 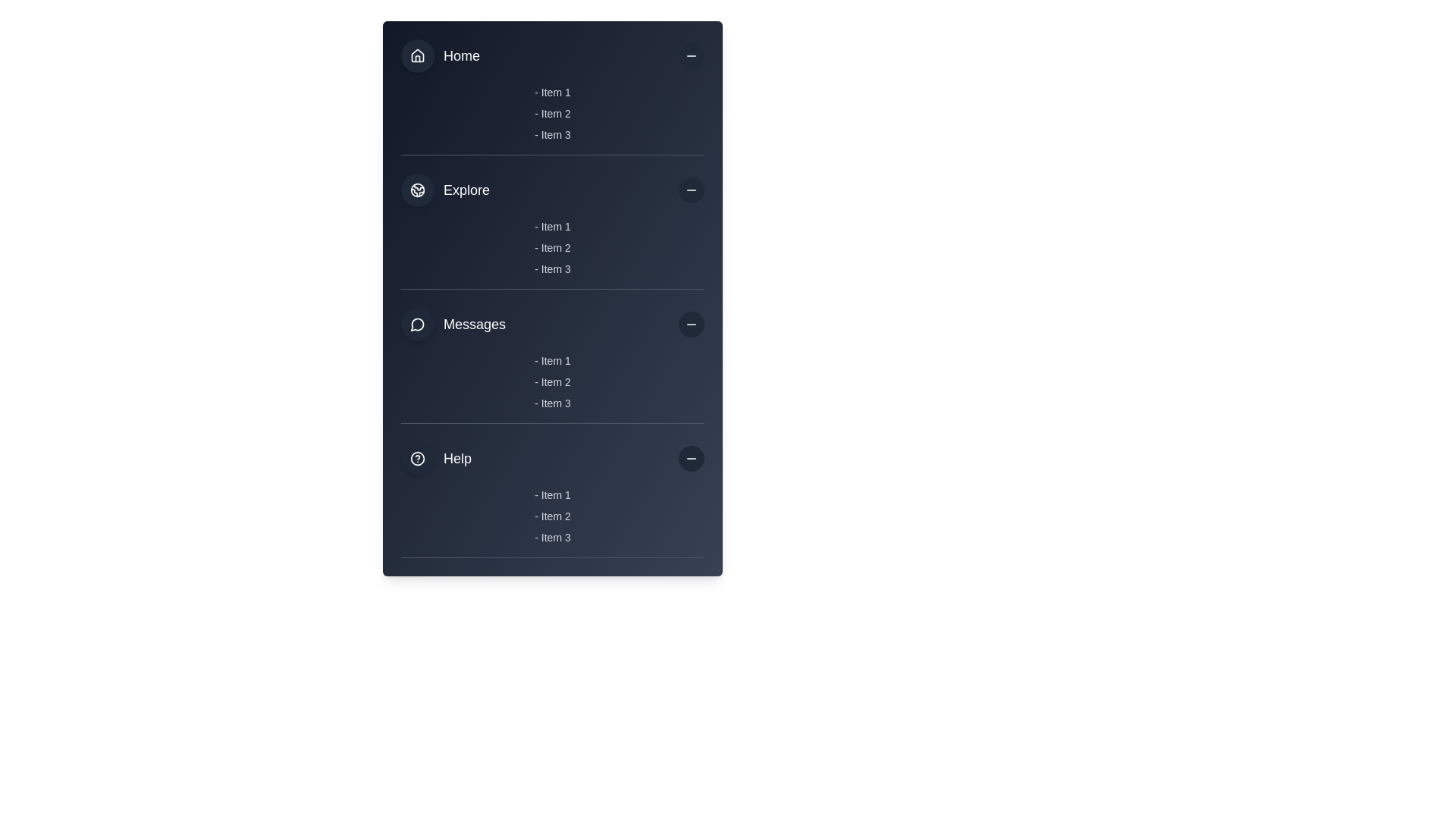 What do you see at coordinates (417, 324) in the screenshot?
I see `the decorative vector graphic component of the speech bubble icon located in the 'Messages' section of the navigation menu` at bounding box center [417, 324].